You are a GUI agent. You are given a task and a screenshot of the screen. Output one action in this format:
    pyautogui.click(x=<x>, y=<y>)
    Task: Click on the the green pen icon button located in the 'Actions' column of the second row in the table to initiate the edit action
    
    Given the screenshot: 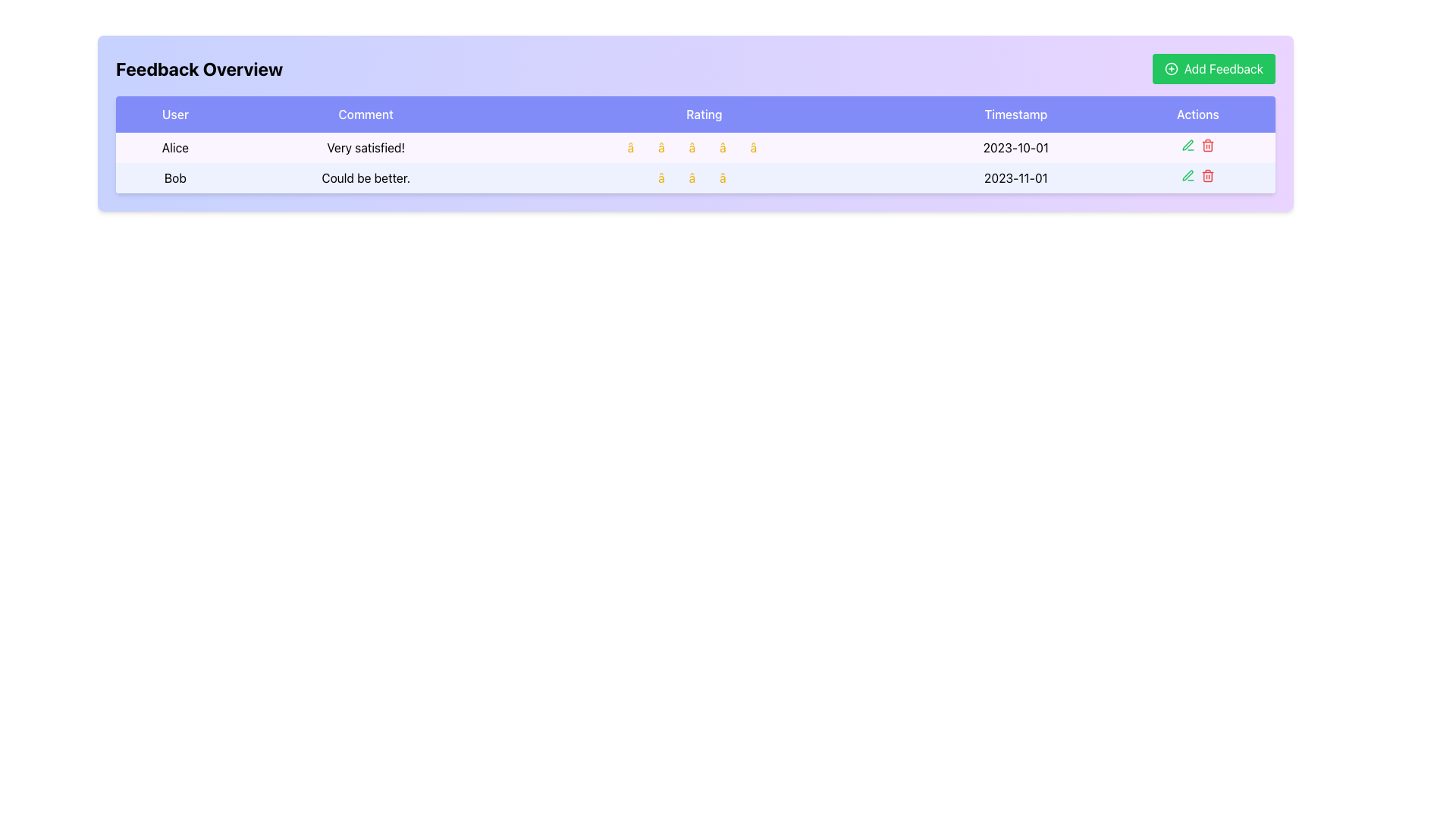 What is the action you would take?
    pyautogui.click(x=1186, y=146)
    